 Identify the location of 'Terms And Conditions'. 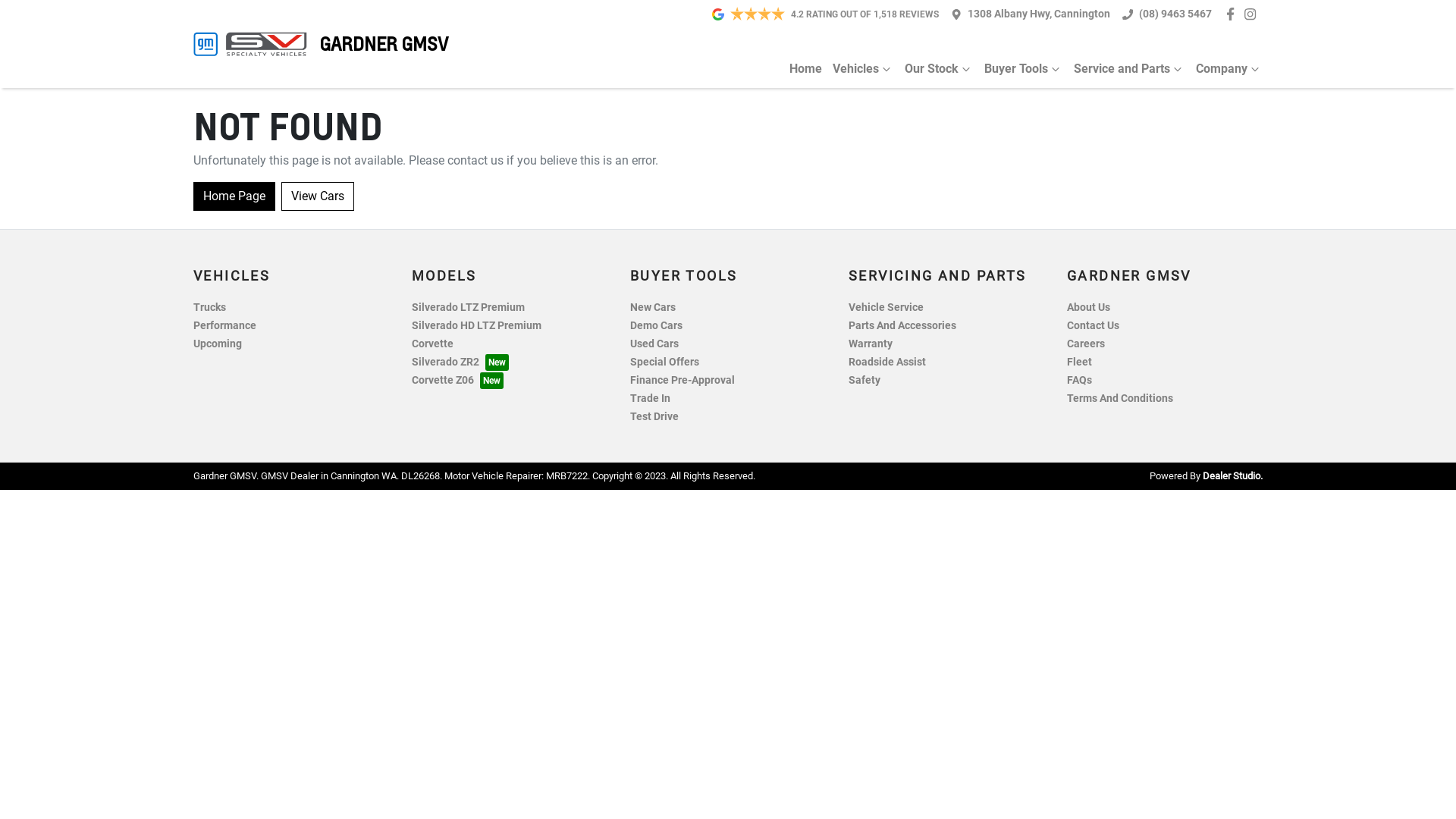
(1120, 397).